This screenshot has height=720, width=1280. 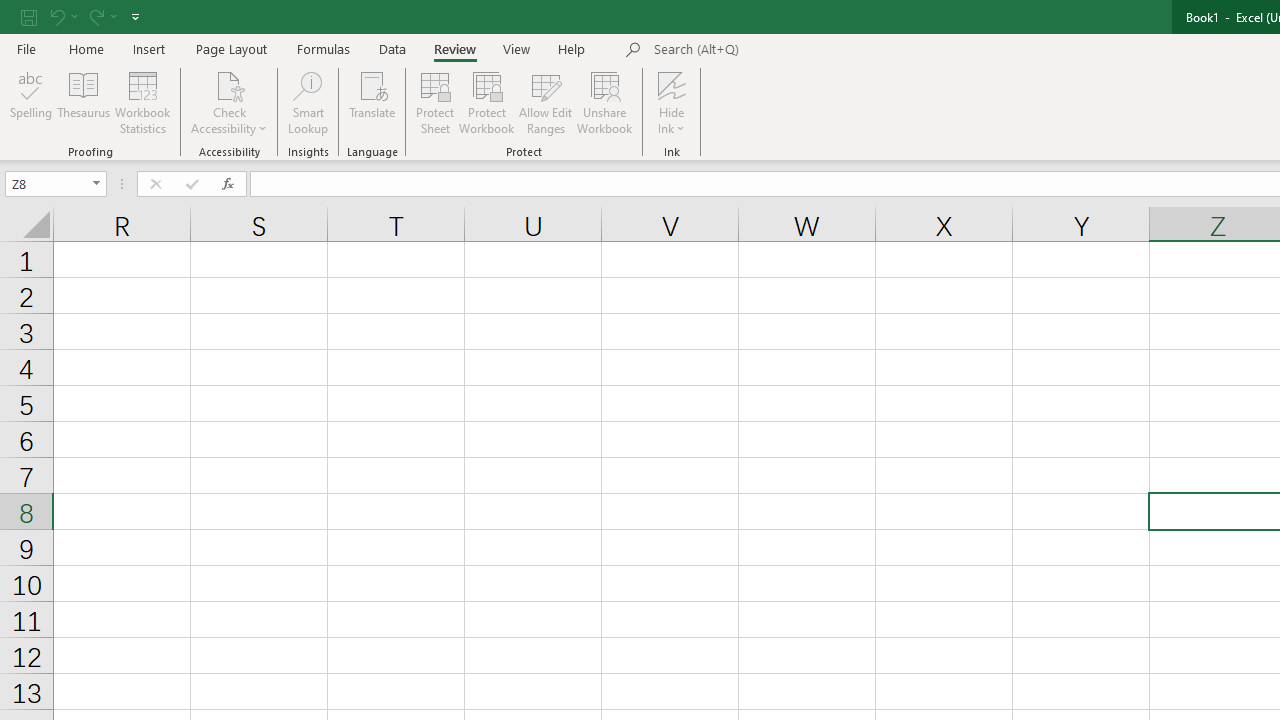 I want to click on 'Hide Ink', so click(x=672, y=84).